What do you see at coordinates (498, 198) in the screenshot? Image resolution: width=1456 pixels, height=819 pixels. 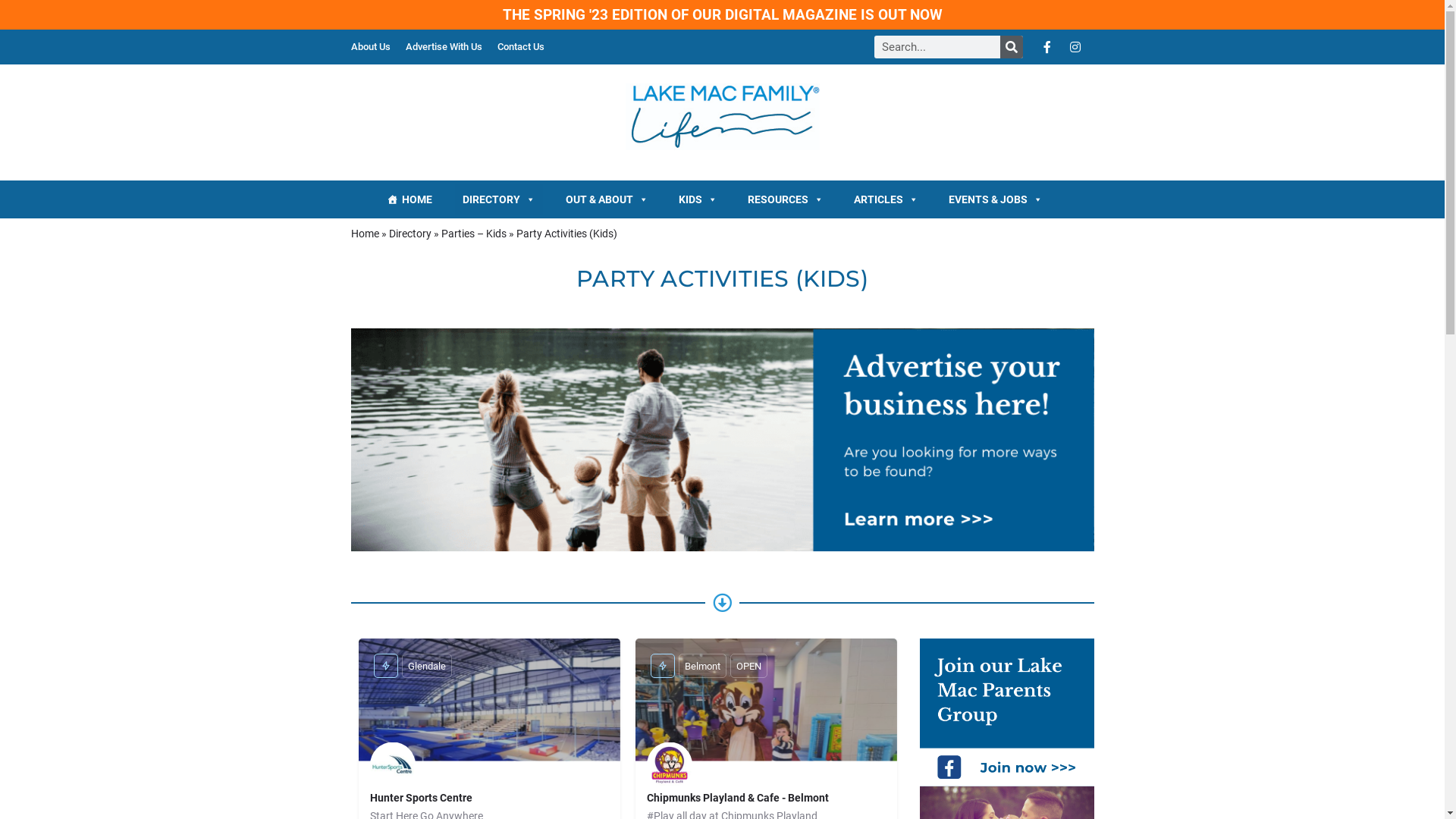 I see `'DIRECTORY'` at bounding box center [498, 198].